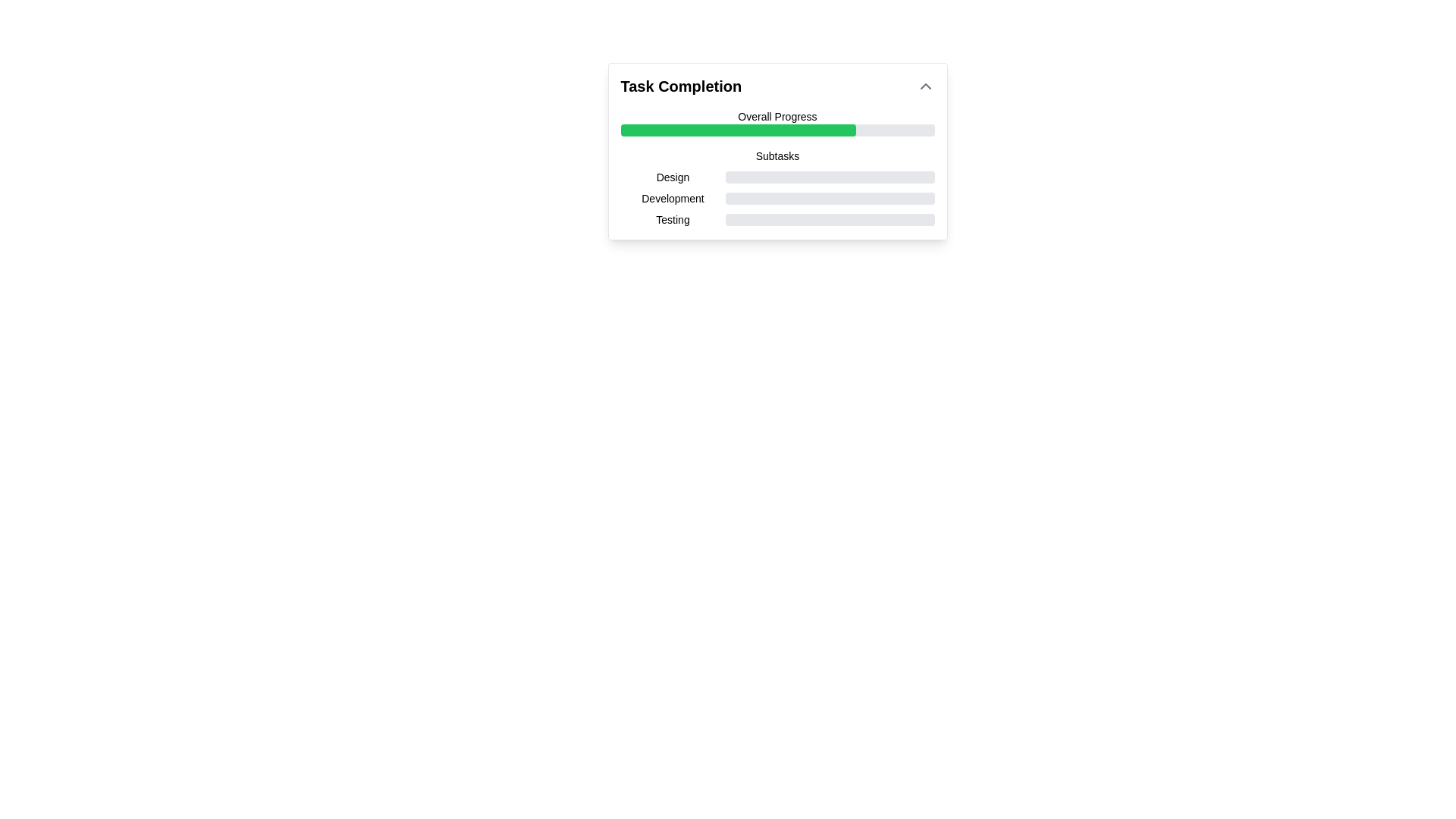 The height and width of the screenshot is (819, 1456). Describe the element at coordinates (777, 187) in the screenshot. I see `the Task progress tracker located under the 'Overall Progress' bar` at that location.